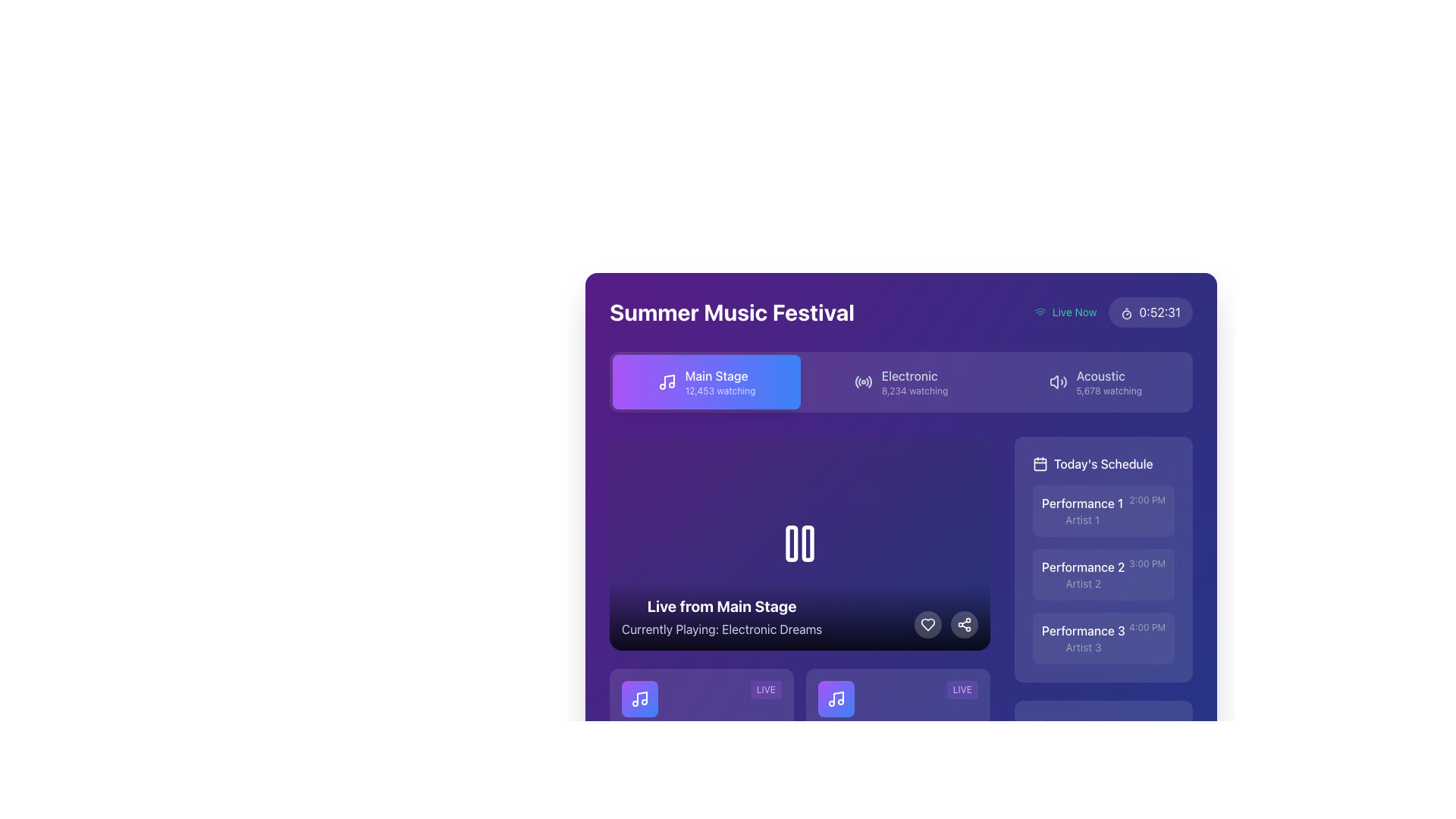 Image resolution: width=1456 pixels, height=819 pixels. What do you see at coordinates (1040, 463) in the screenshot?
I see `the SVG rectangle that represents the main body of the calendar icon located in the top-right portion of the interface, associated with the 'Today's Schedule' section` at bounding box center [1040, 463].